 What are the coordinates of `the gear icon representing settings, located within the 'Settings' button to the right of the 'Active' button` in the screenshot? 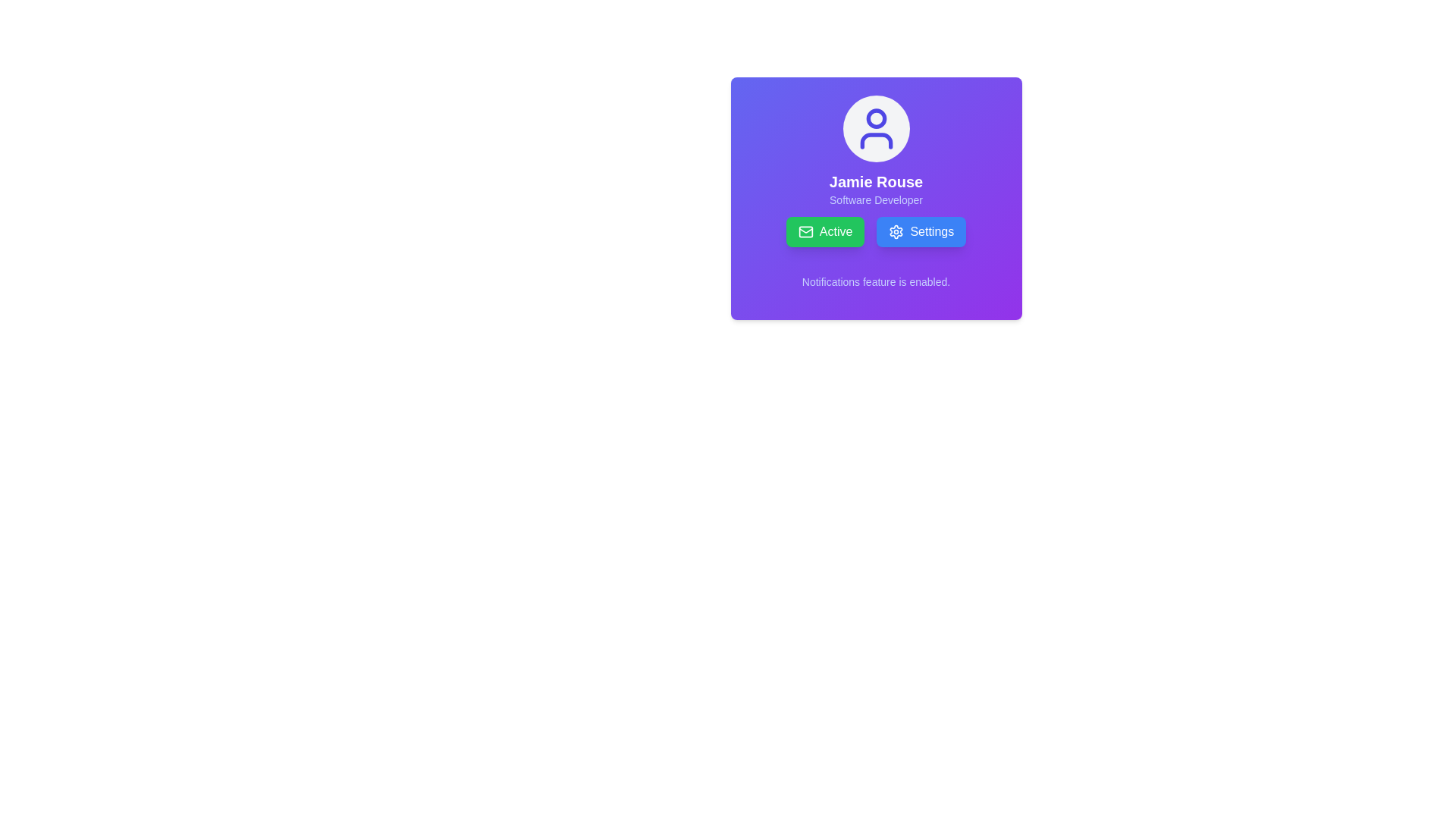 It's located at (896, 231).